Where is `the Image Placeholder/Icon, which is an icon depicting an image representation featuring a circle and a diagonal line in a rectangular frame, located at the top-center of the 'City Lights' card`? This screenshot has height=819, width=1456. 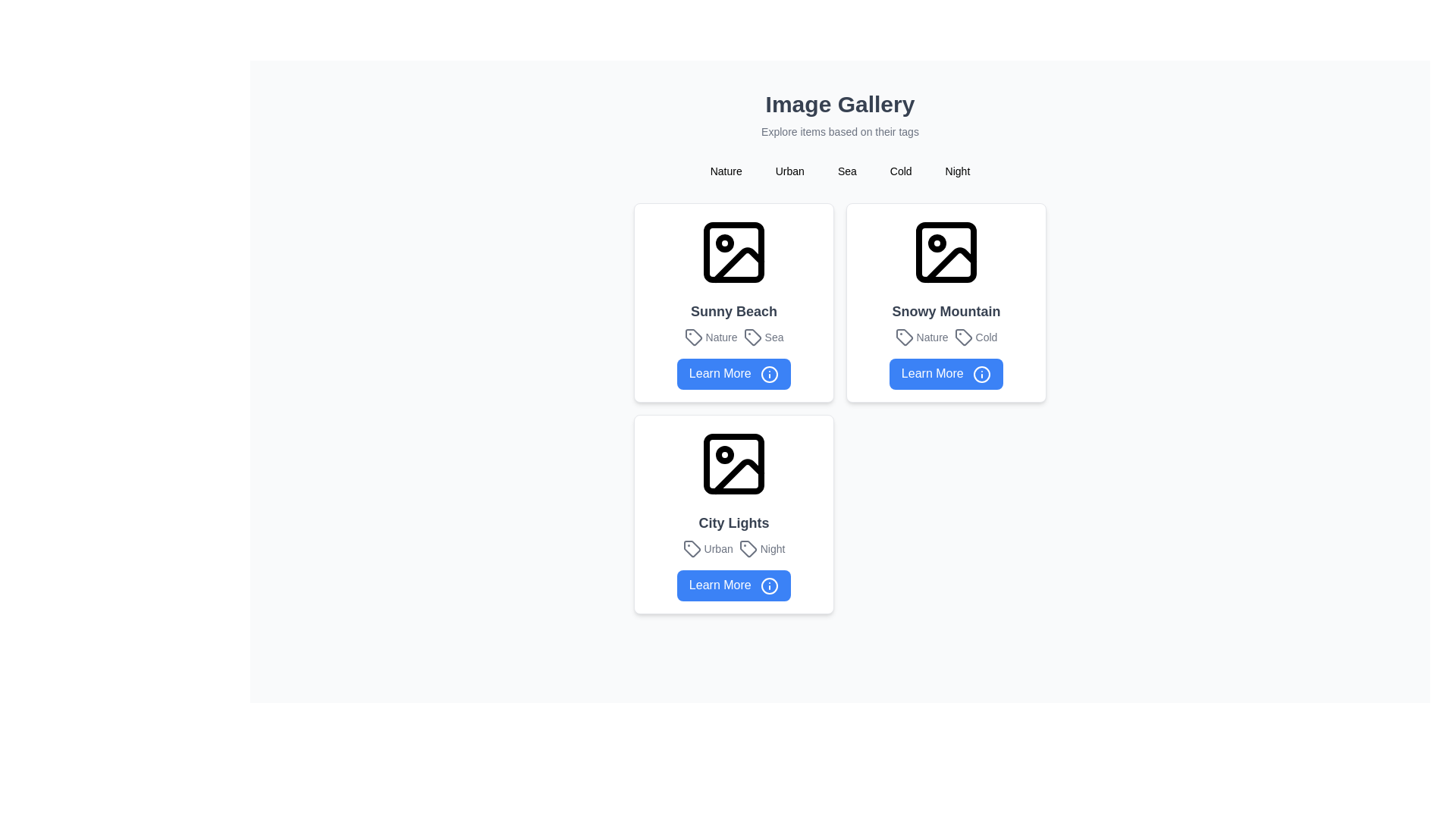 the Image Placeholder/Icon, which is an icon depicting an image representation featuring a circle and a diagonal line in a rectangular frame, located at the top-center of the 'City Lights' card is located at coordinates (734, 462).